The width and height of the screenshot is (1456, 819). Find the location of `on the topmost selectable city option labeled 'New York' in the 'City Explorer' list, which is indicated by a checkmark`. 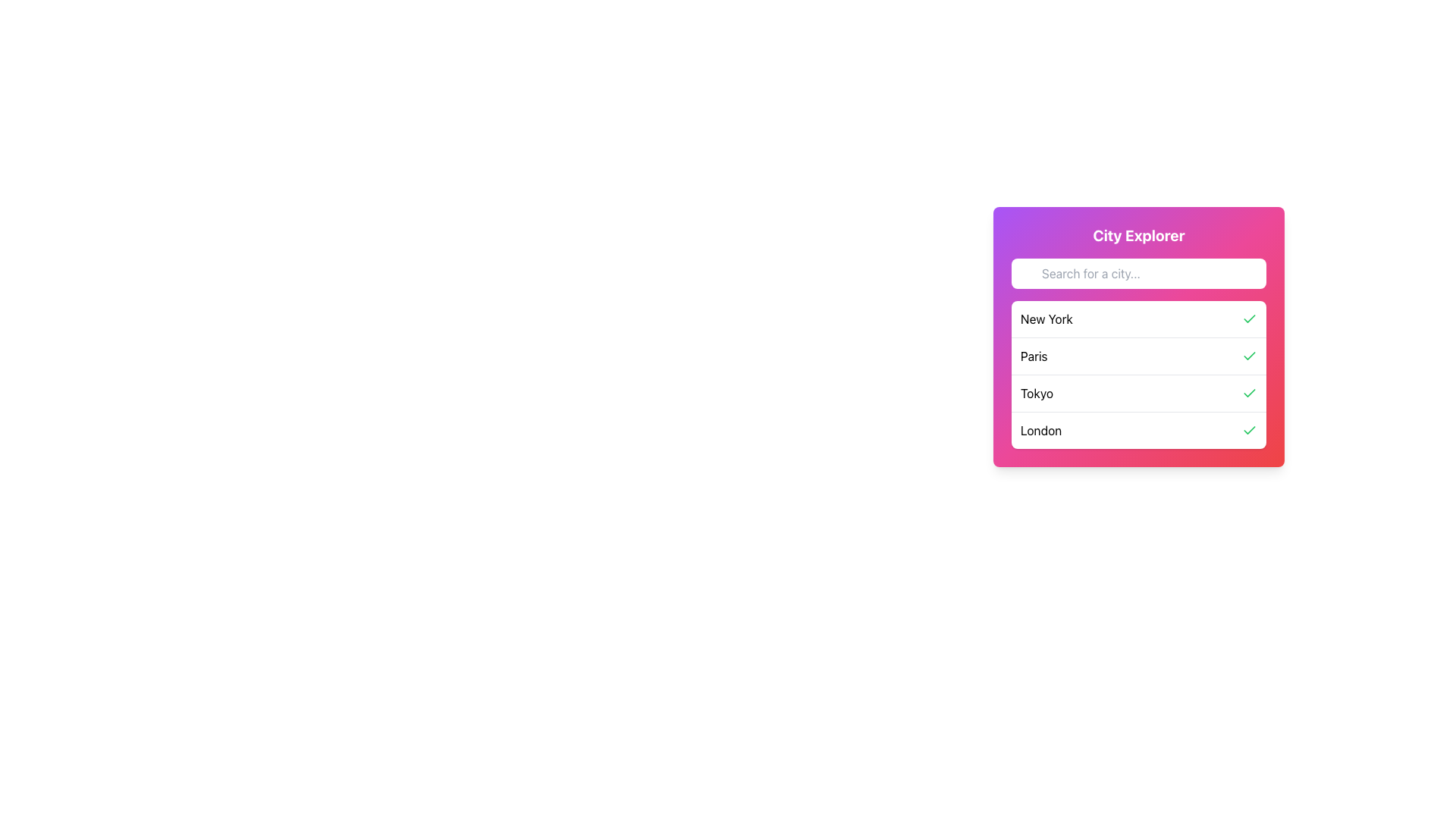

on the topmost selectable city option labeled 'New York' in the 'City Explorer' list, which is indicated by a checkmark is located at coordinates (1139, 318).